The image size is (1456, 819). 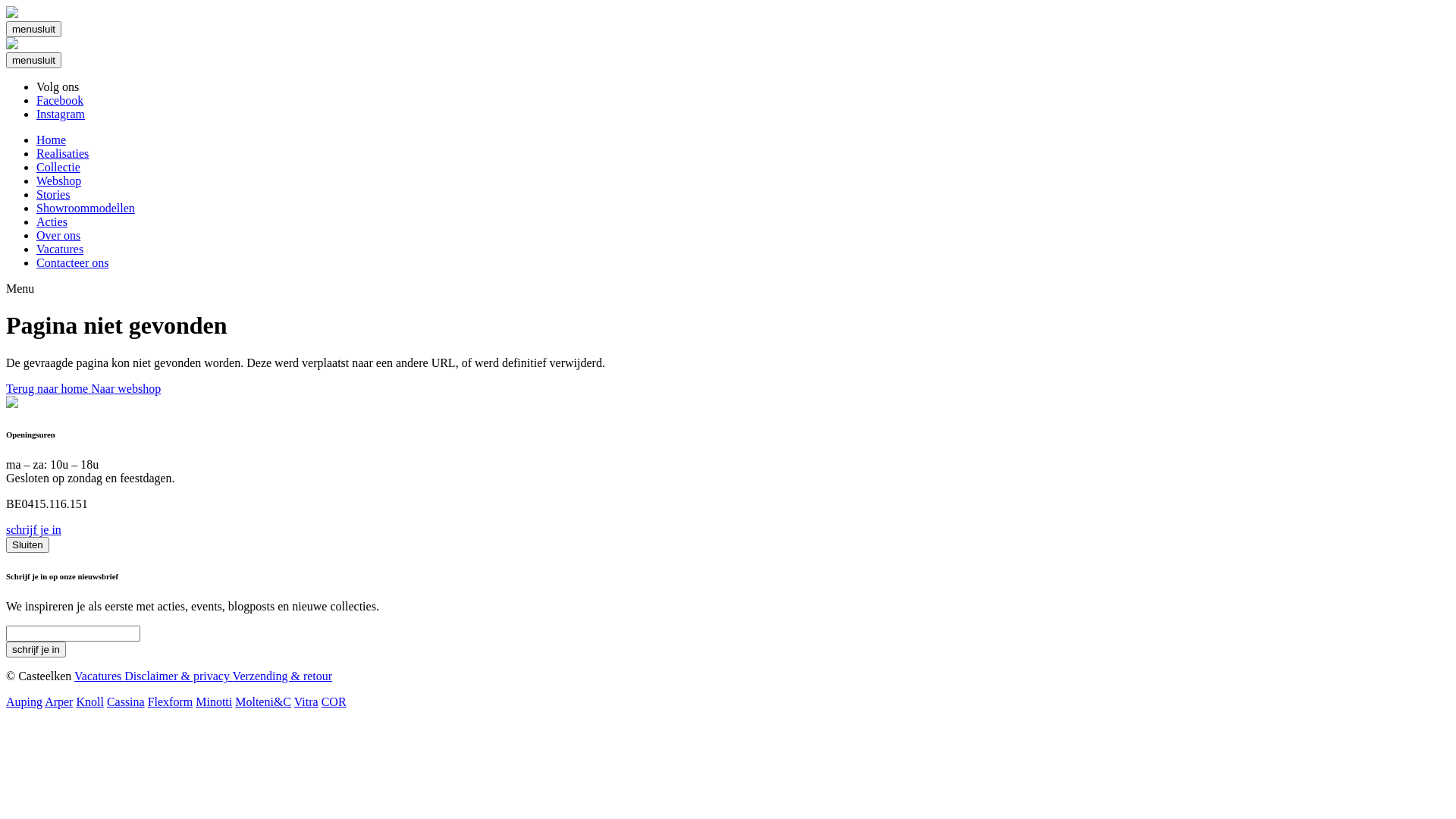 I want to click on 'Home', so click(x=51, y=140).